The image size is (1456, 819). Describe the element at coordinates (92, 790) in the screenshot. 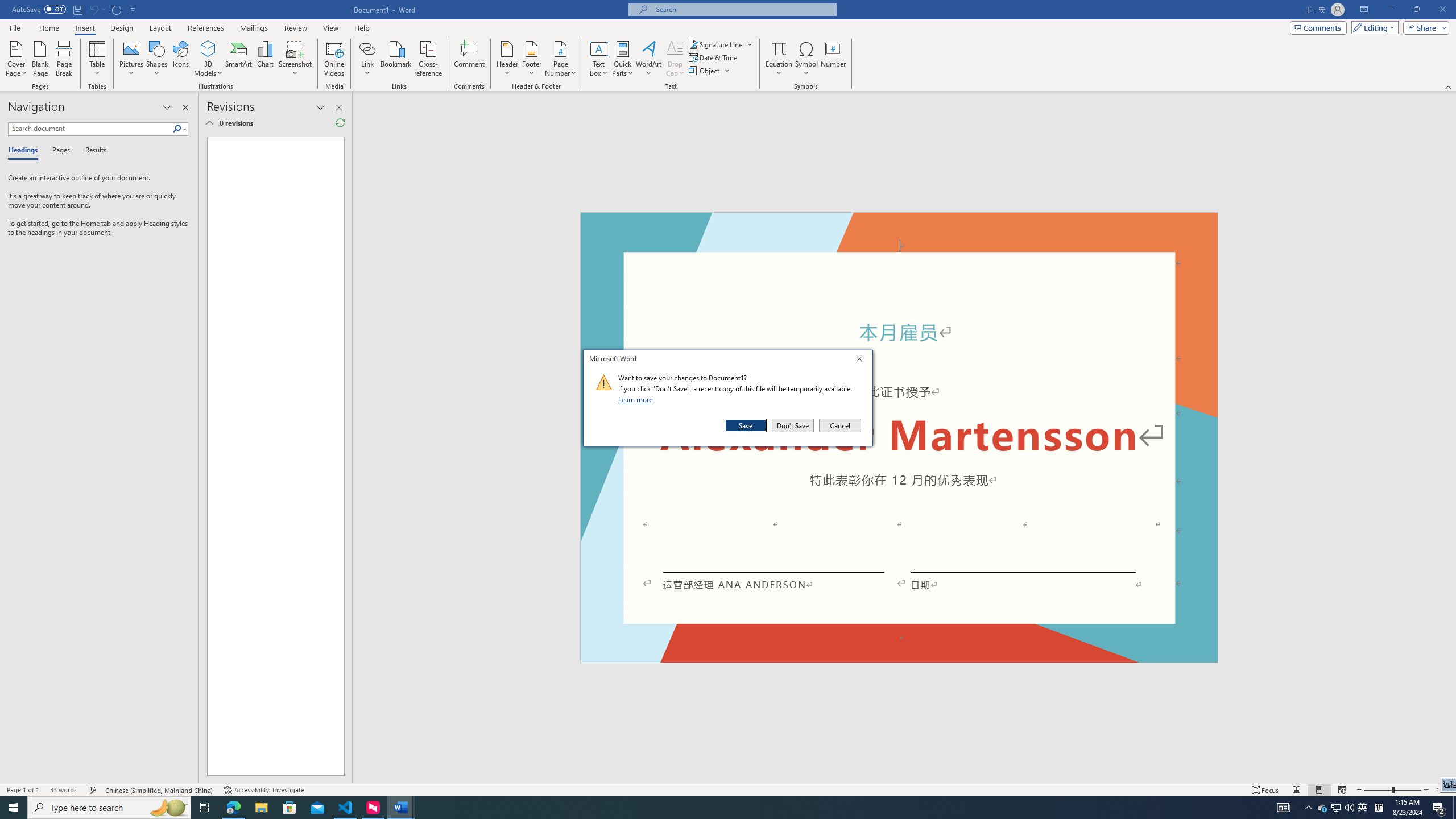

I see `'Spelling and Grammar Check Checking'` at that location.